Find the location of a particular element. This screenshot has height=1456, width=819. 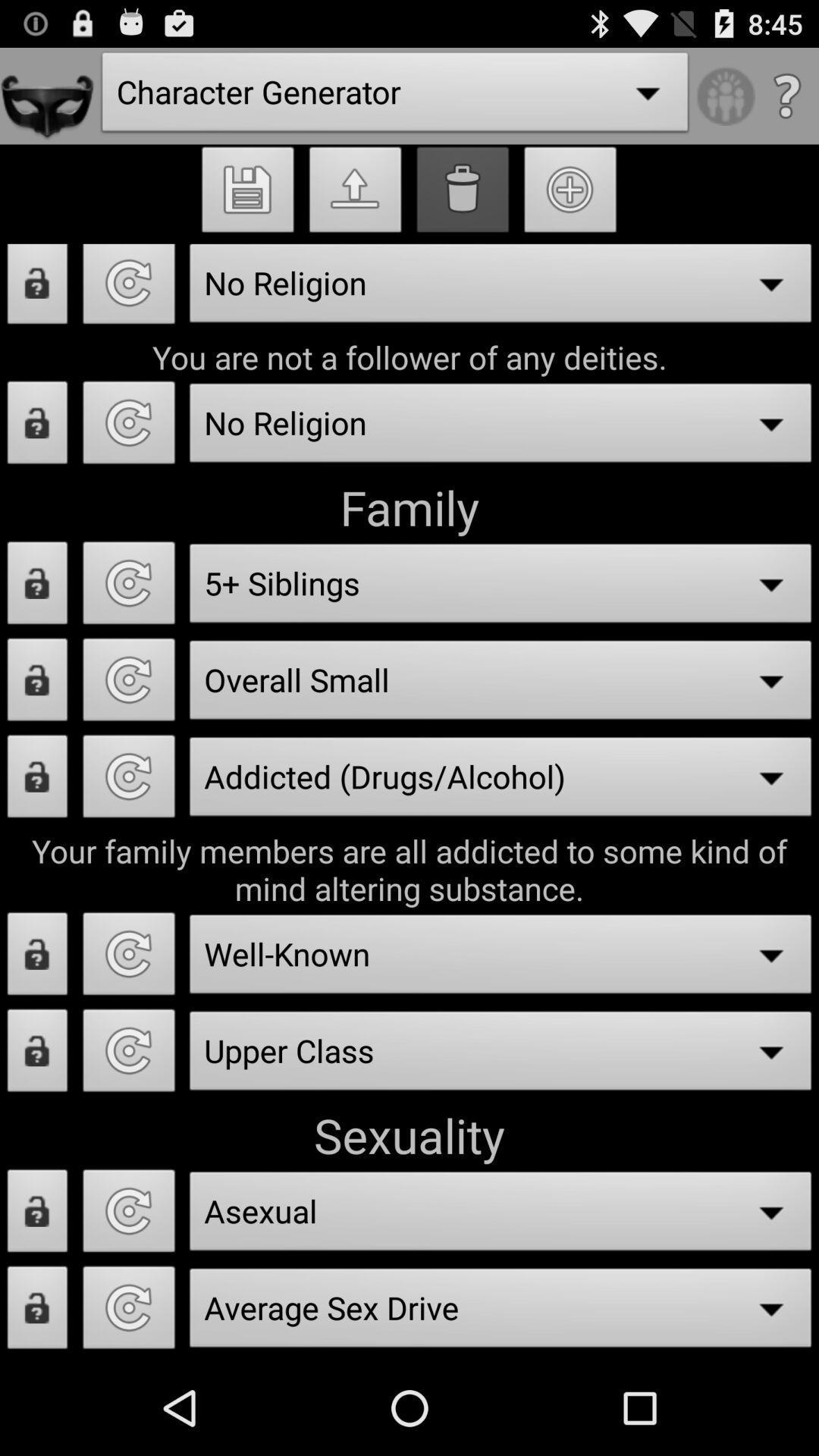

go back is located at coordinates (128, 1054).